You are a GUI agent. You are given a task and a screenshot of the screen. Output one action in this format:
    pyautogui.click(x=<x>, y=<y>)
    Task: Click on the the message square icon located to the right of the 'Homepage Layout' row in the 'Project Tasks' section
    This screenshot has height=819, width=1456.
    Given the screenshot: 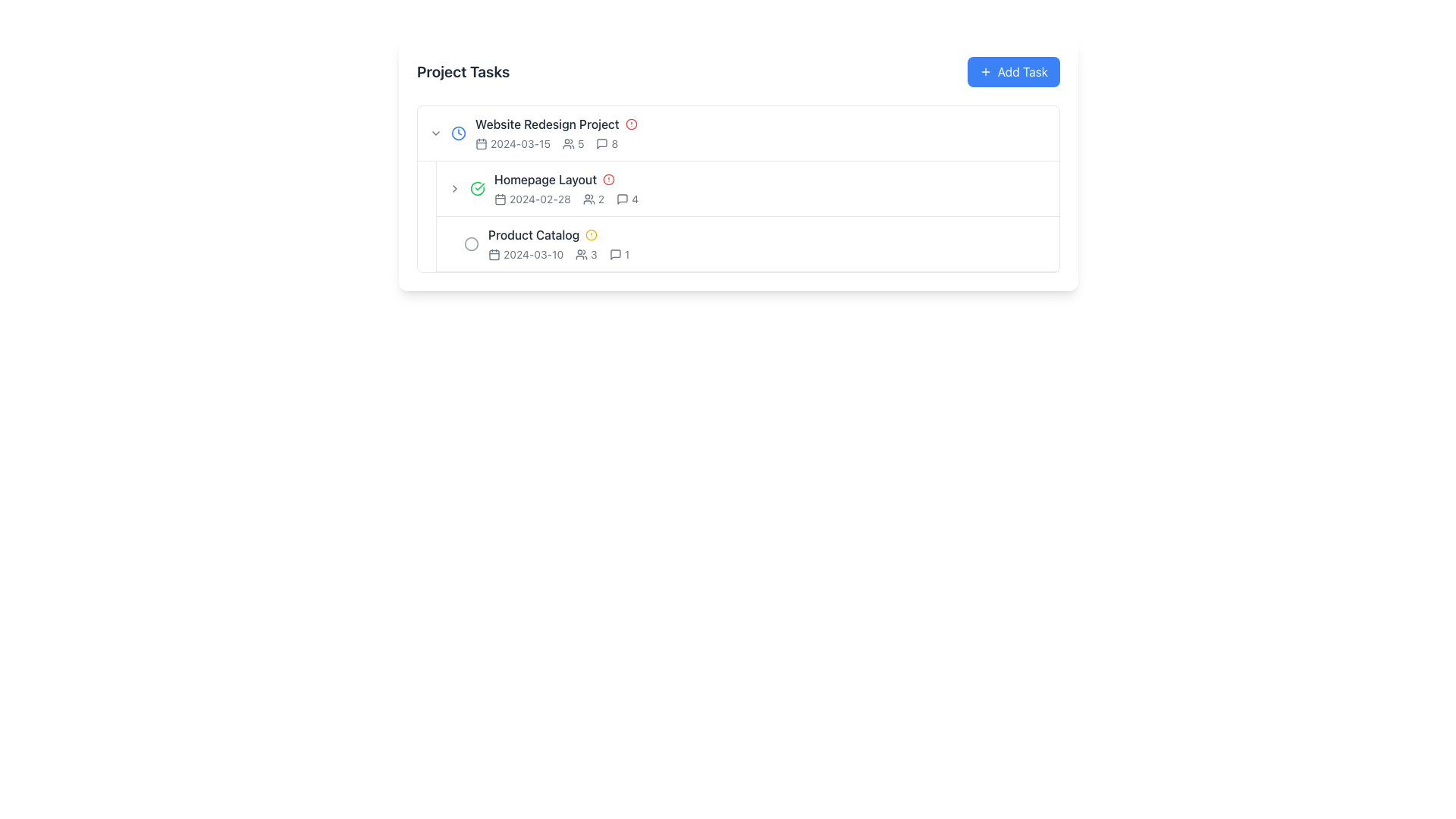 What is the action you would take?
    pyautogui.click(x=623, y=198)
    